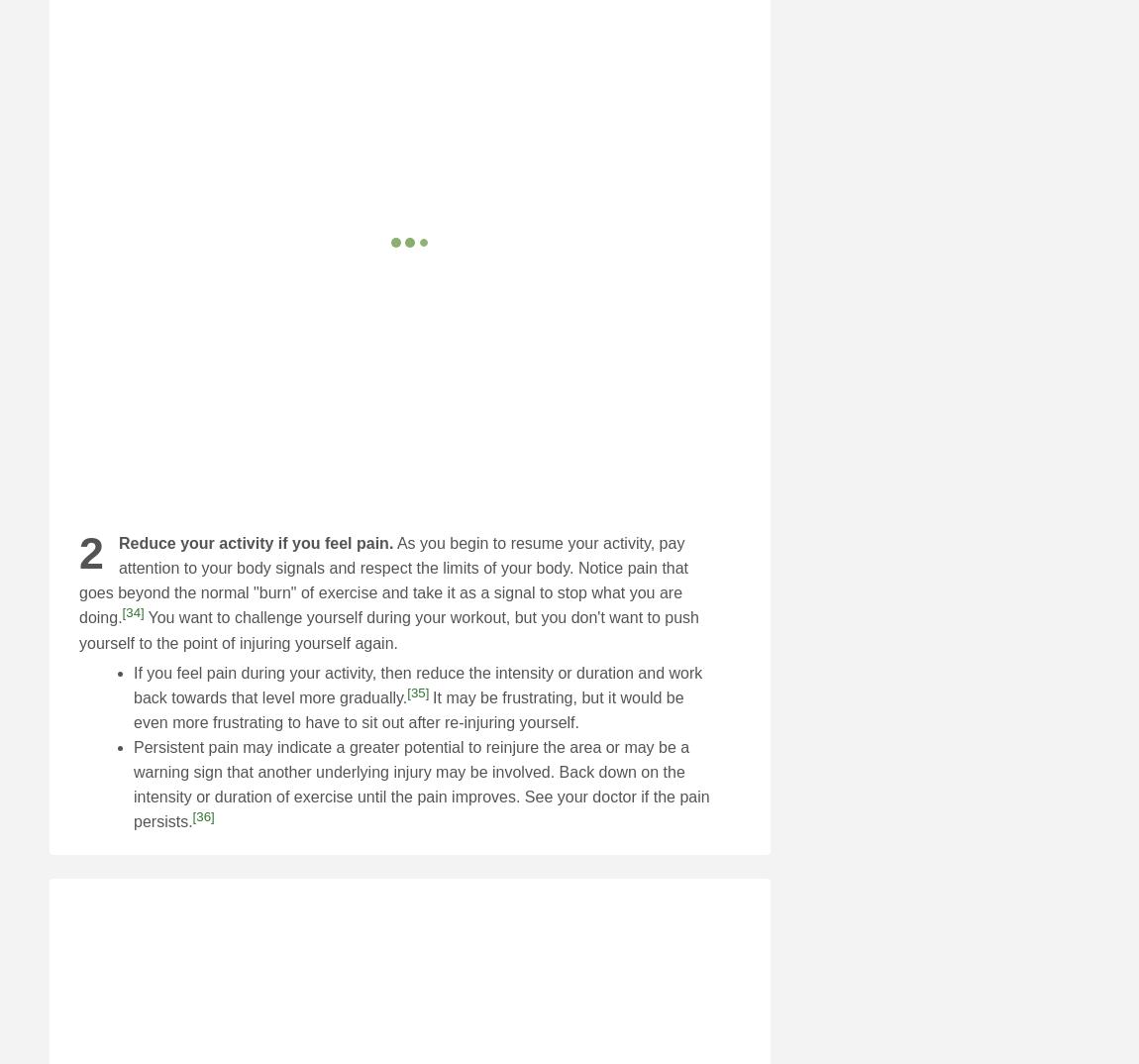  What do you see at coordinates (90, 552) in the screenshot?
I see `'2'` at bounding box center [90, 552].